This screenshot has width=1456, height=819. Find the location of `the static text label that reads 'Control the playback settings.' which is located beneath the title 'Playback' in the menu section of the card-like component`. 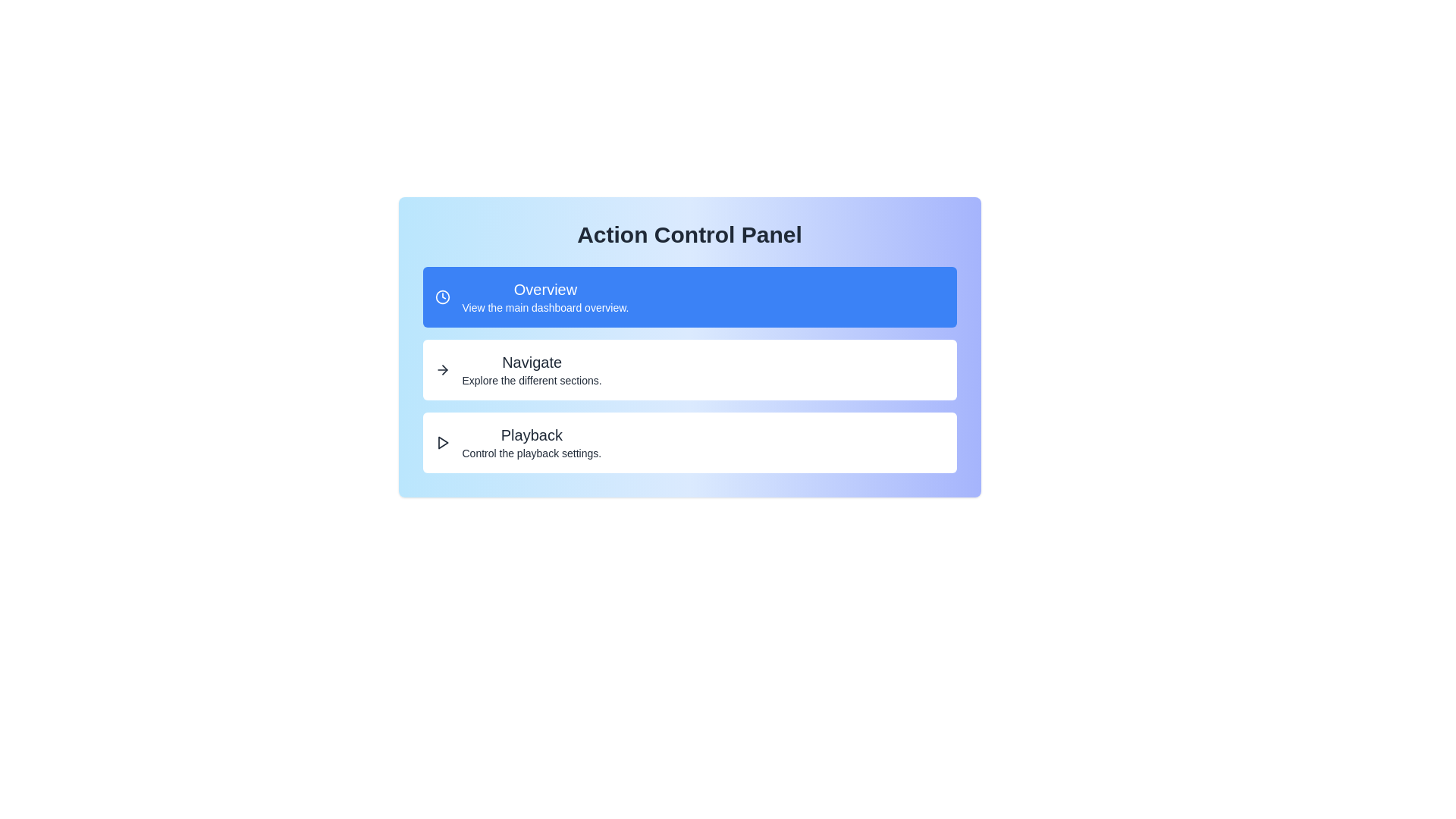

the static text label that reads 'Control the playback settings.' which is located beneath the title 'Playback' in the menu section of the card-like component is located at coordinates (532, 452).